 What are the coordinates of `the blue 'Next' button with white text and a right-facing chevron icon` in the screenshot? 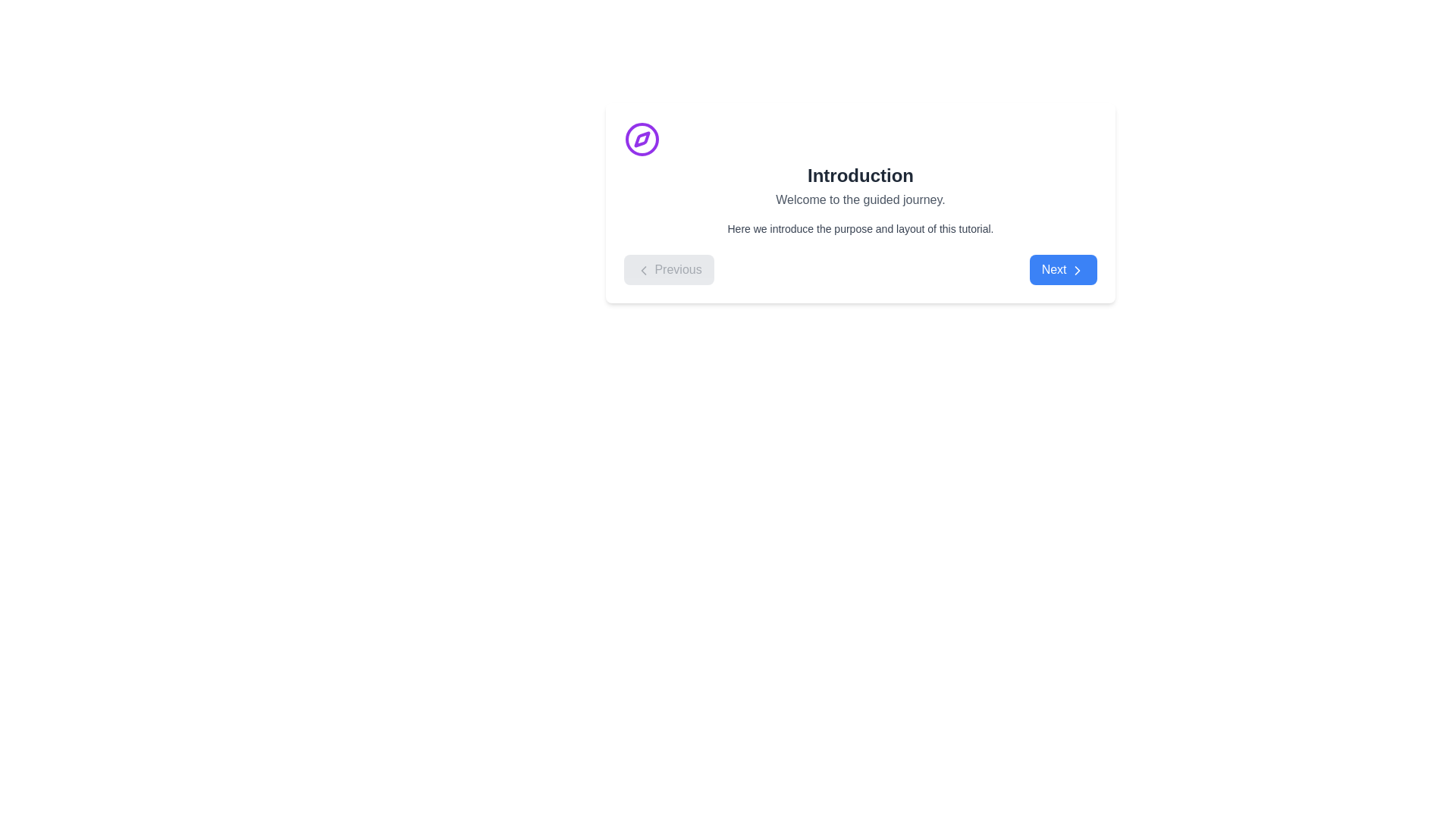 It's located at (1062, 268).